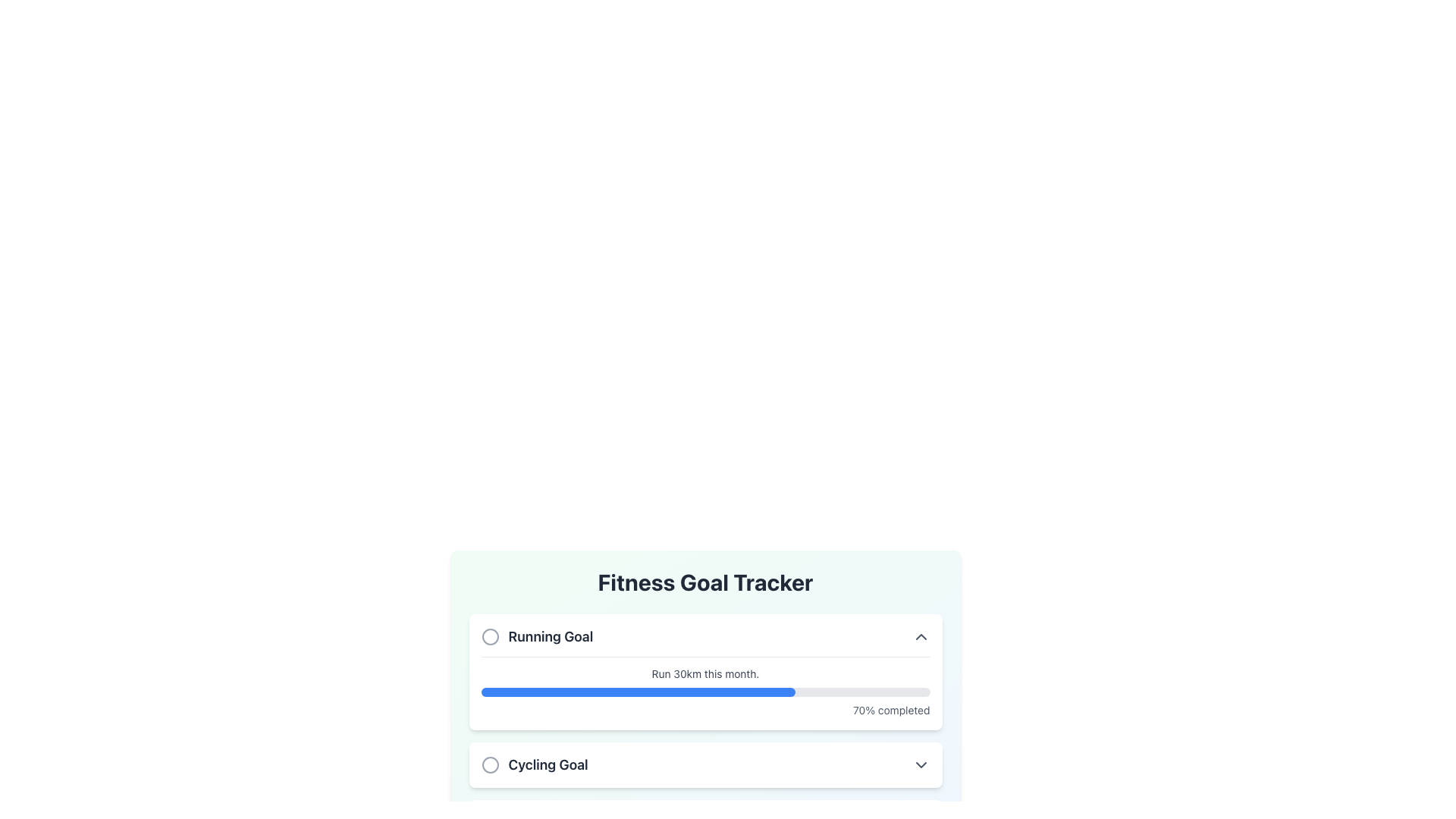 This screenshot has width=1456, height=819. What do you see at coordinates (548, 765) in the screenshot?
I see `text displayed on the cycling-related goal label located to the right of the circular icon in the fitness tracking interface` at bounding box center [548, 765].